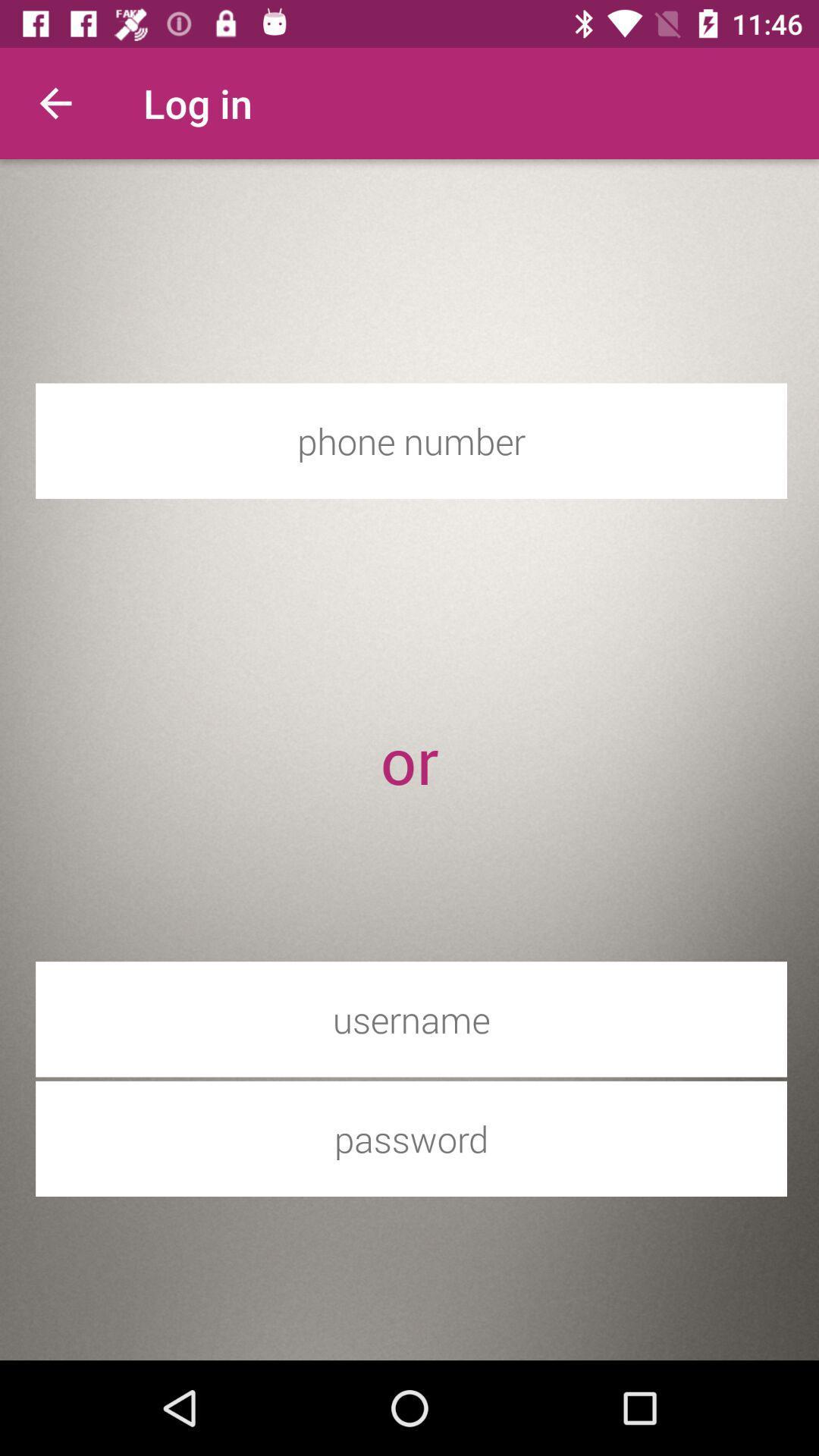 The image size is (819, 1456). Describe the element at coordinates (411, 1019) in the screenshot. I see `username` at that location.